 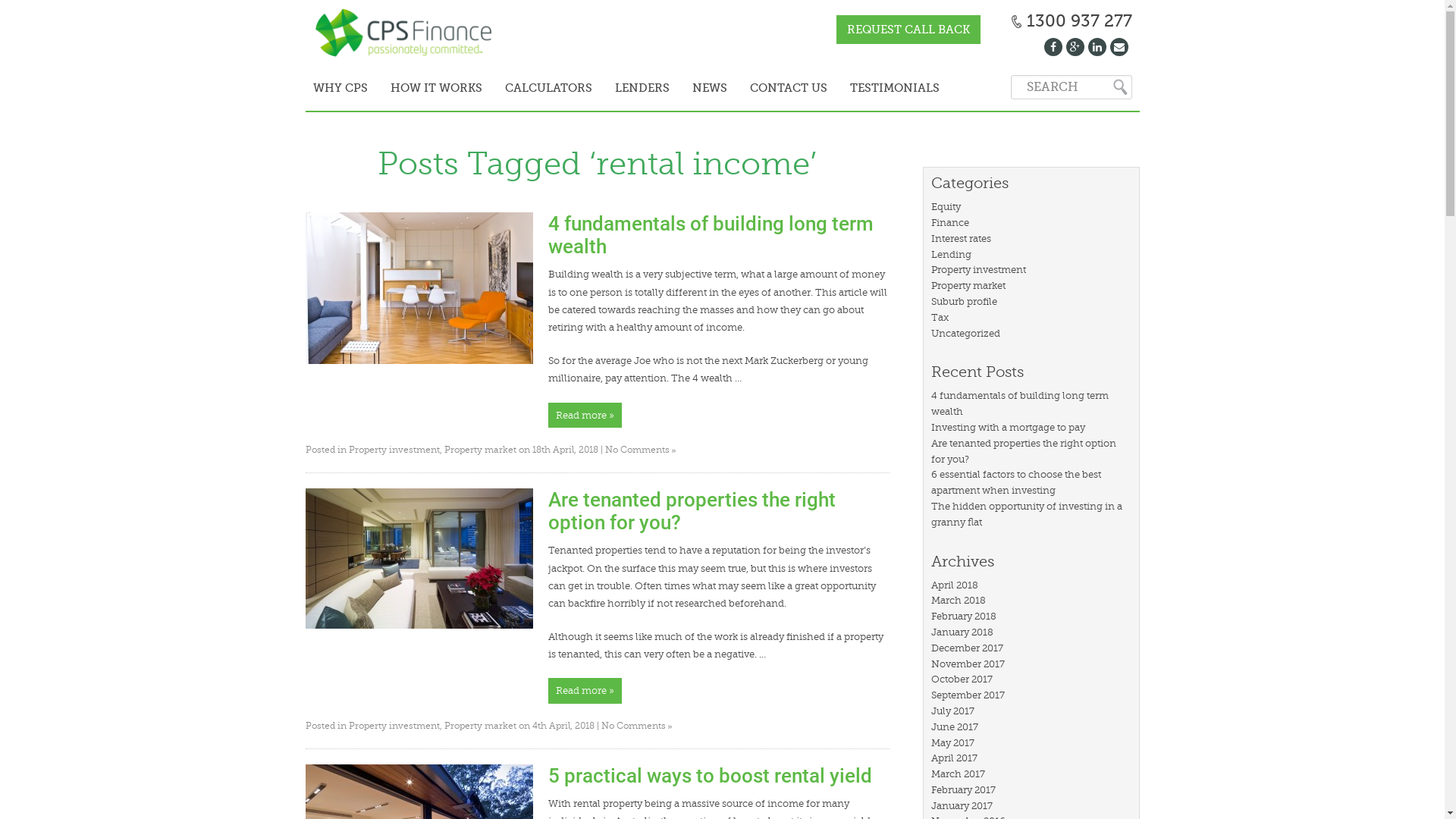 I want to click on 'Tax', so click(x=939, y=316).